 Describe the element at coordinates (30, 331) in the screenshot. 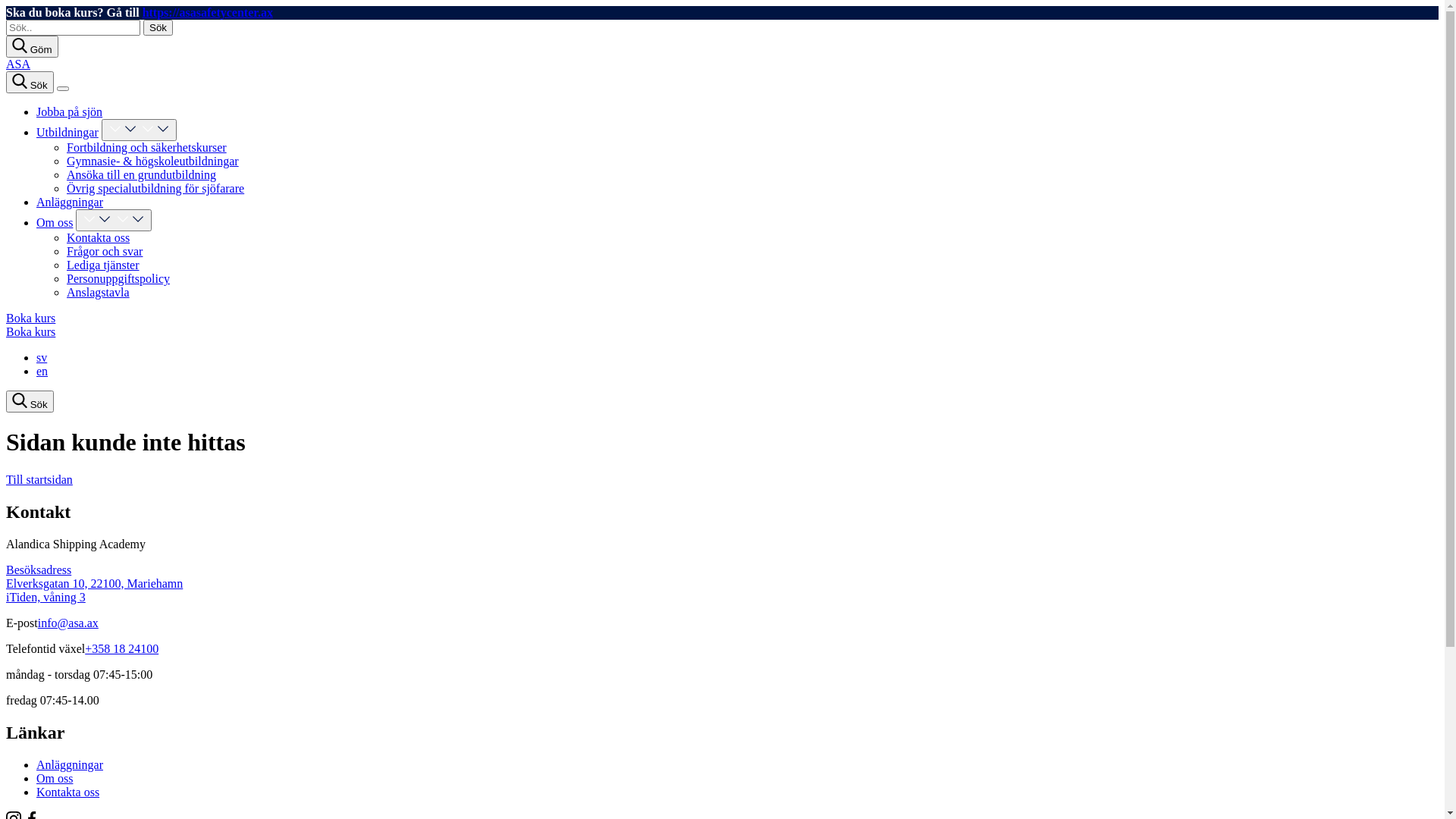

I see `'Boka kurs'` at that location.